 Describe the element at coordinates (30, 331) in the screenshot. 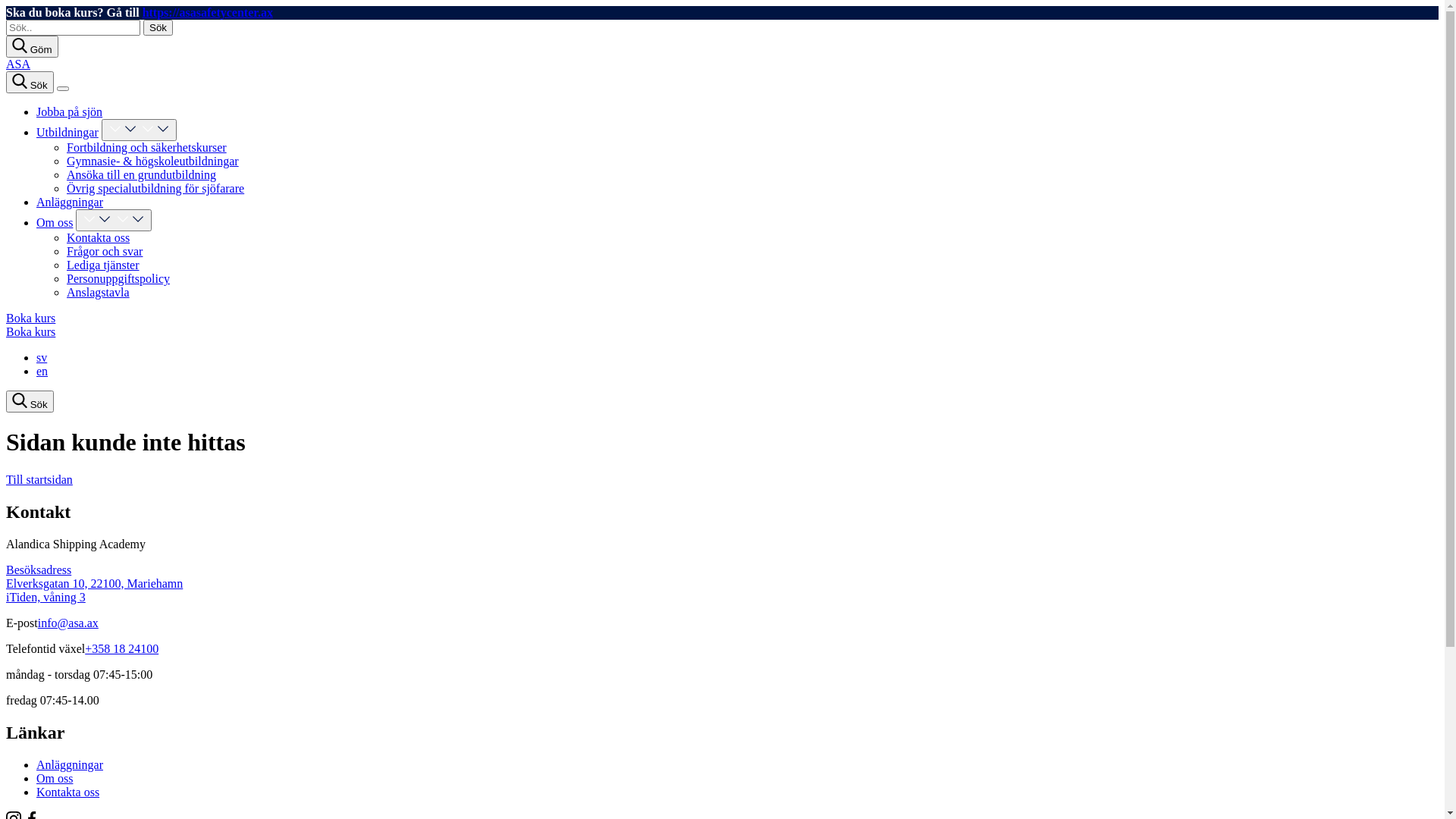

I see `'Boka kurs'` at that location.